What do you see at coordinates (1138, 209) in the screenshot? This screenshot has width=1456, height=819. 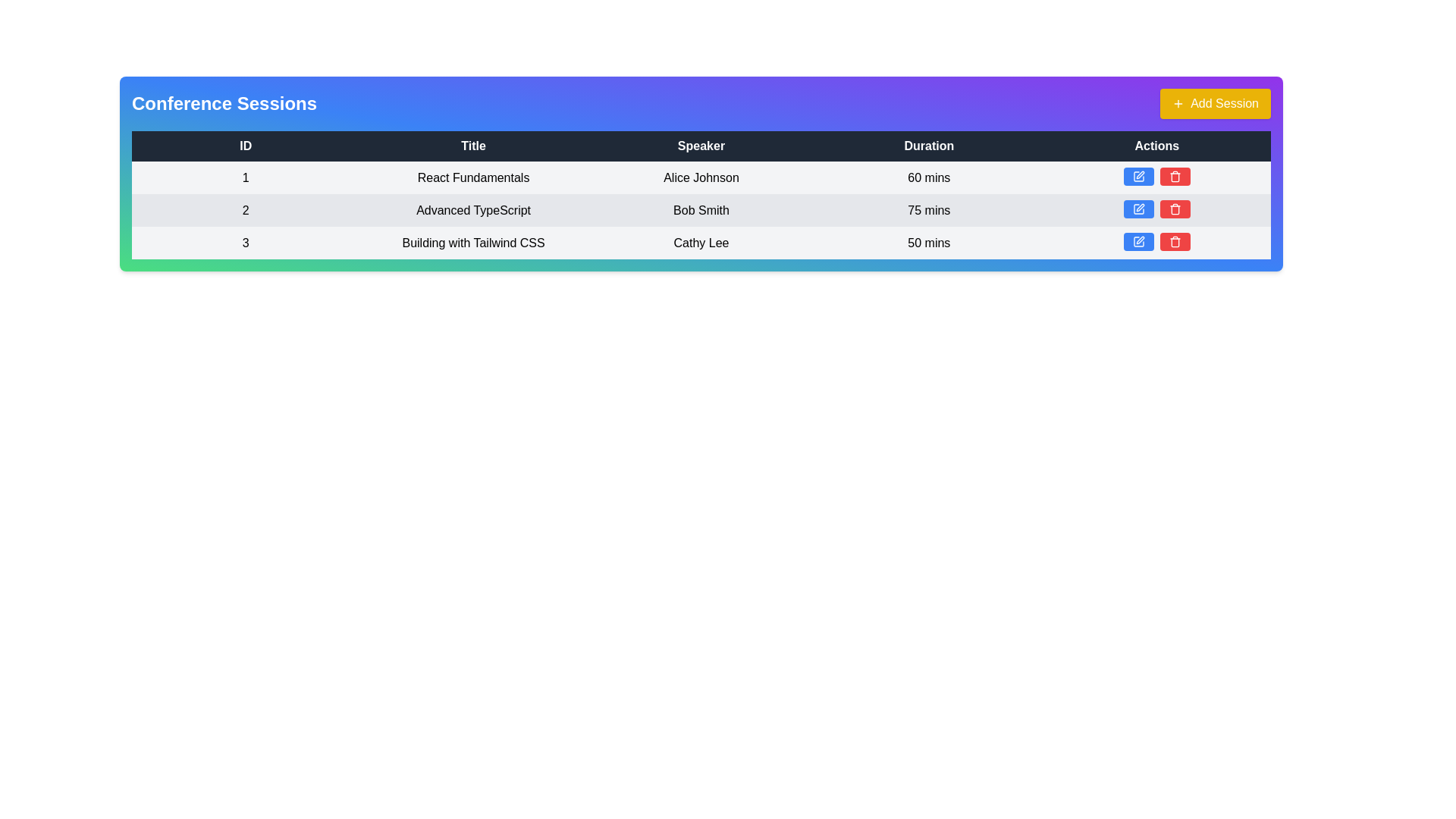 I see `the pen icon within the blue action button located in the second row of the 'Actions' column under the 'Conference Sessions' header` at bounding box center [1138, 209].